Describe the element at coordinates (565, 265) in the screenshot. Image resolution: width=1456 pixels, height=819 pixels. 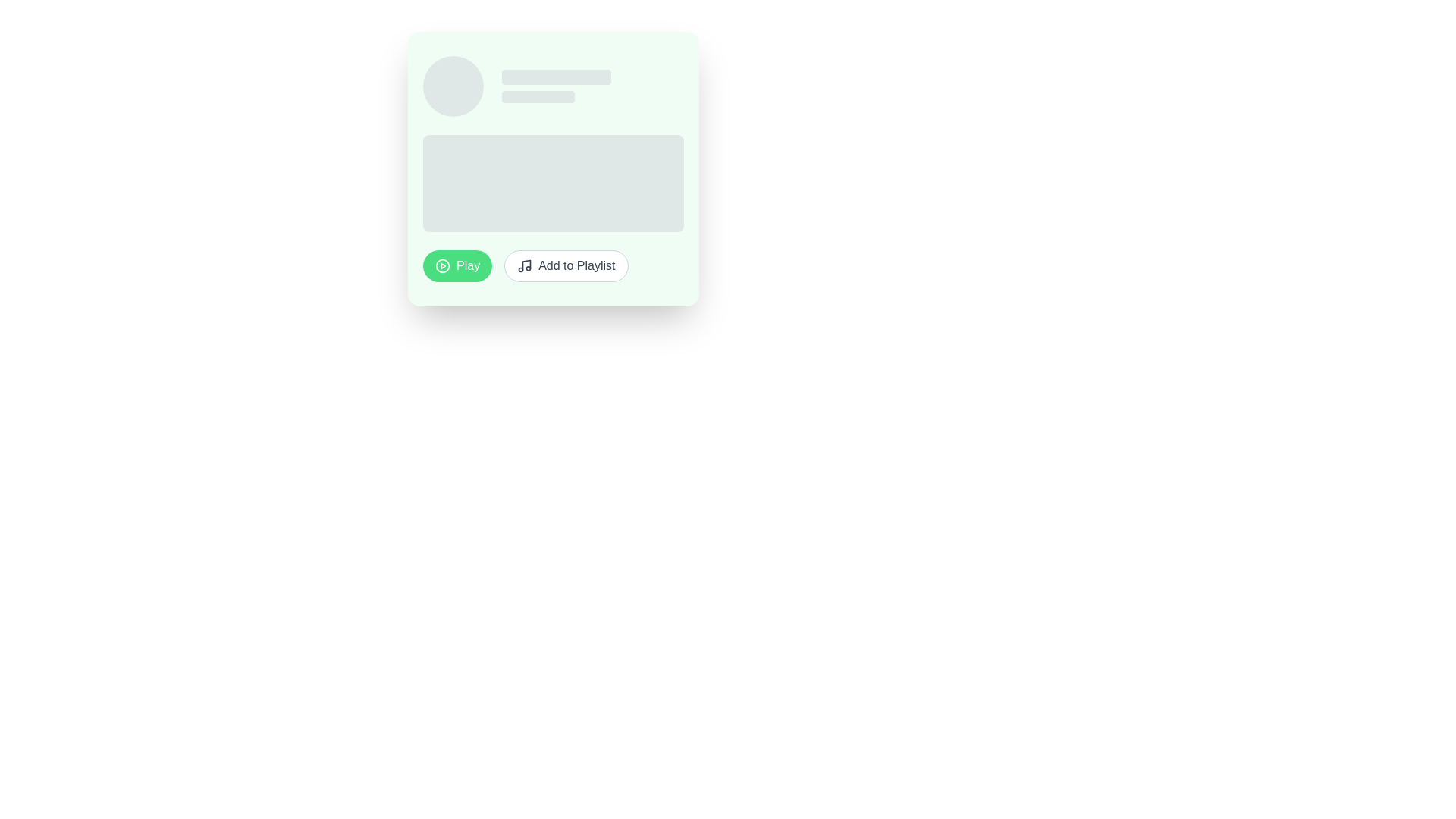
I see `the 'Add to Playlist' button, which has a white background, gray border, and rounded edges, located to the right of the 'Play' button` at that location.